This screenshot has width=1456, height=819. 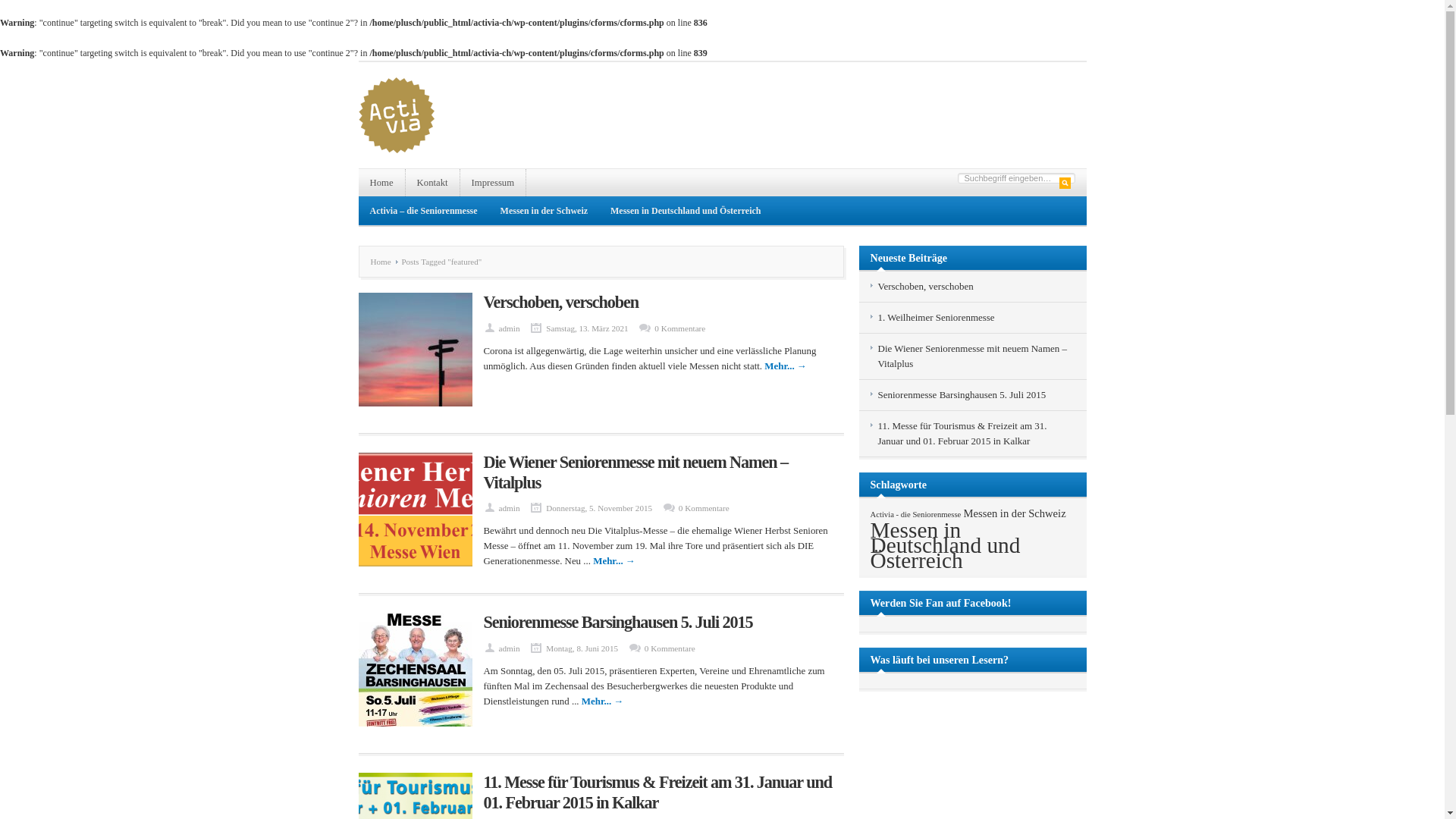 I want to click on '0 Kommentare', so click(x=703, y=508).